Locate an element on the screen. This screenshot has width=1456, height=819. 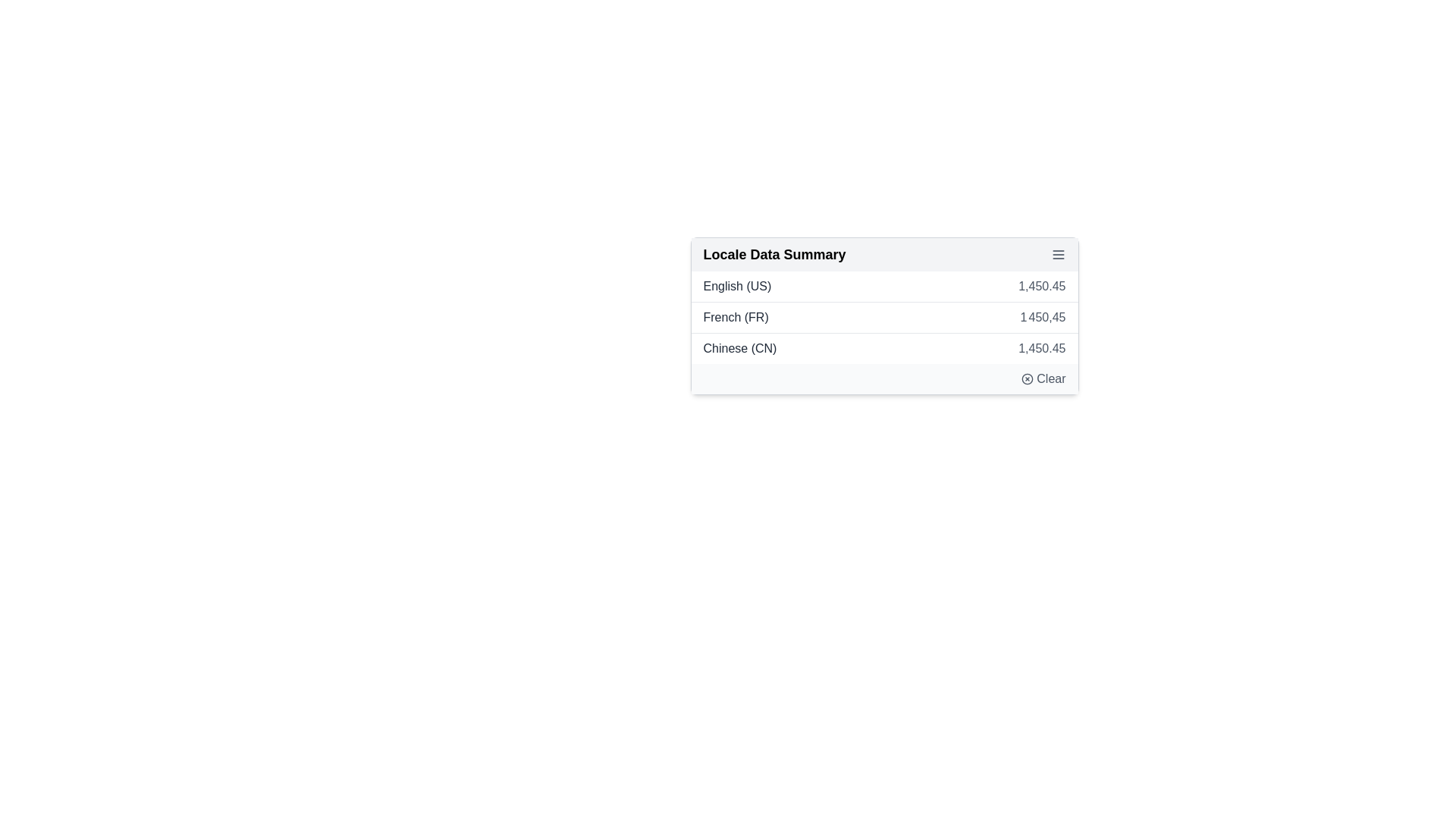
the 'Clear' button, which features a circular icon with a cross and the text 'Clear', located in the bottom-right corner of the 'Locale Data Summary' panel is located at coordinates (1043, 378).